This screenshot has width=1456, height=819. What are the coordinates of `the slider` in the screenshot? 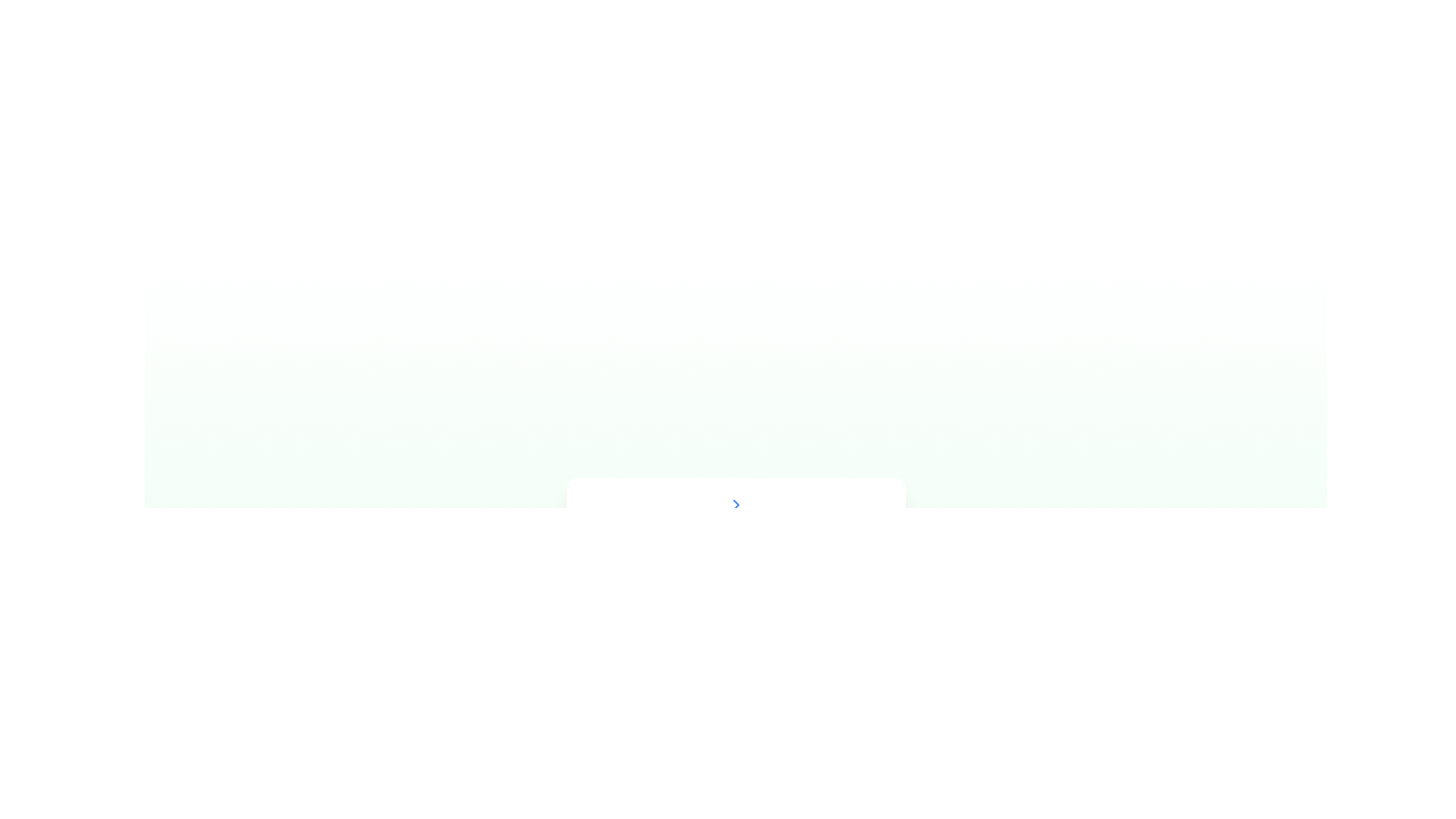 It's located at (723, 760).